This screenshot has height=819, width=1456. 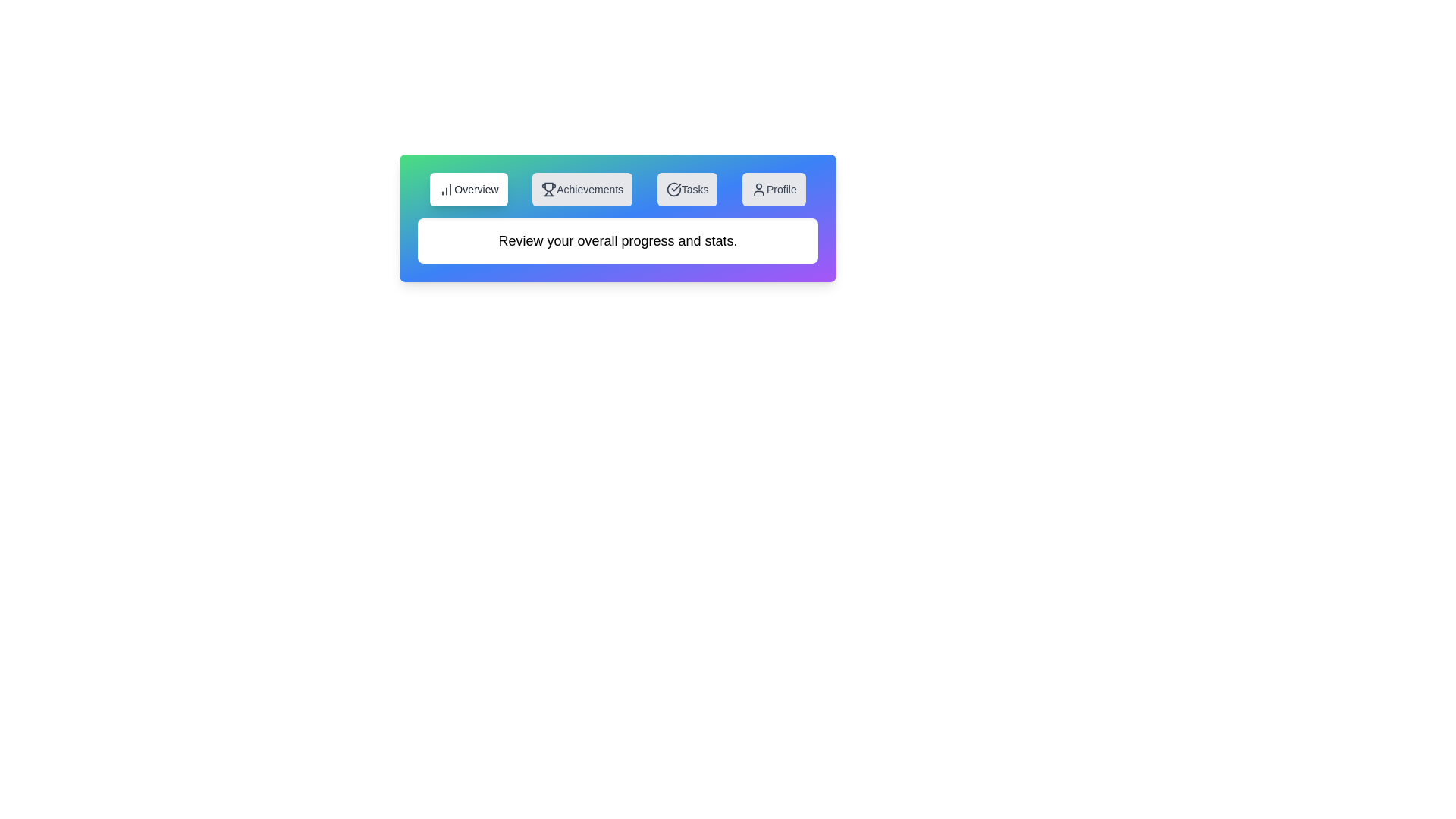 I want to click on the tab labeled Achievements to switch to that tab, so click(x=582, y=189).